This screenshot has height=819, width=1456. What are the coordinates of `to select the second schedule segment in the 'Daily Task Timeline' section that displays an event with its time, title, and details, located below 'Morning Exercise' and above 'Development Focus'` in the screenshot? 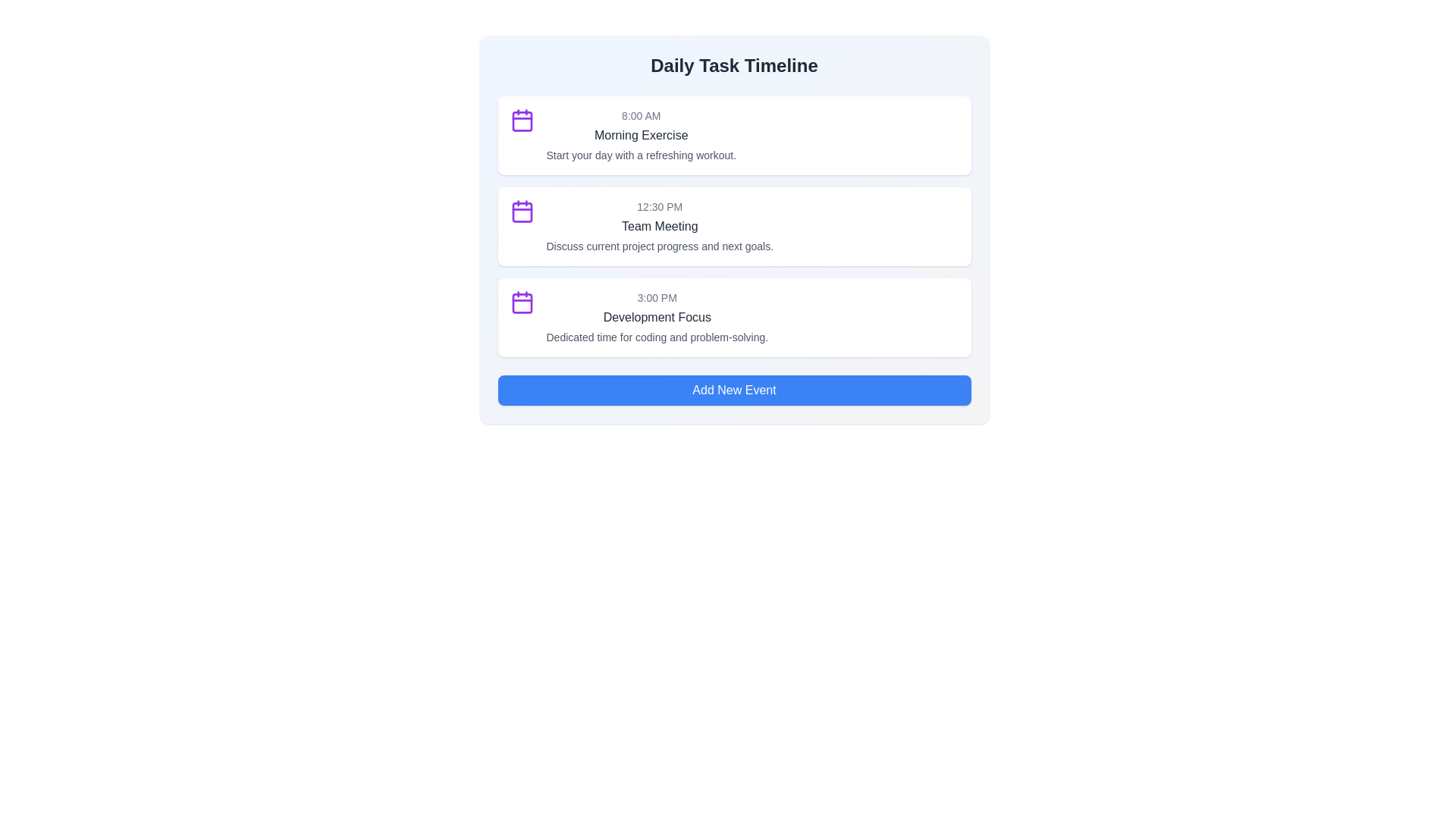 It's located at (734, 227).